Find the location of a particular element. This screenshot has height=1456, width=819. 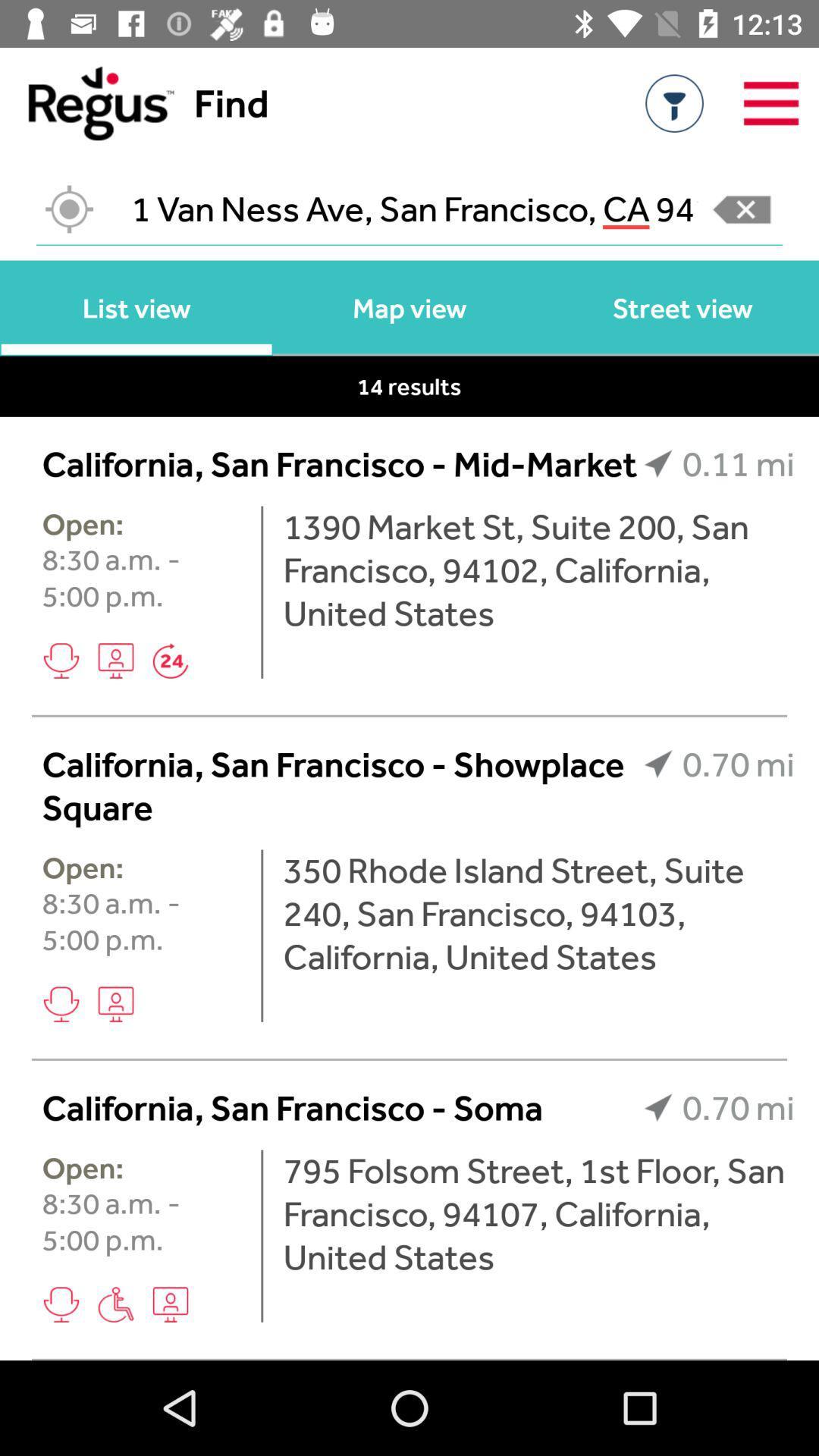

item to the left of the 350 rhode island is located at coordinates (261, 935).